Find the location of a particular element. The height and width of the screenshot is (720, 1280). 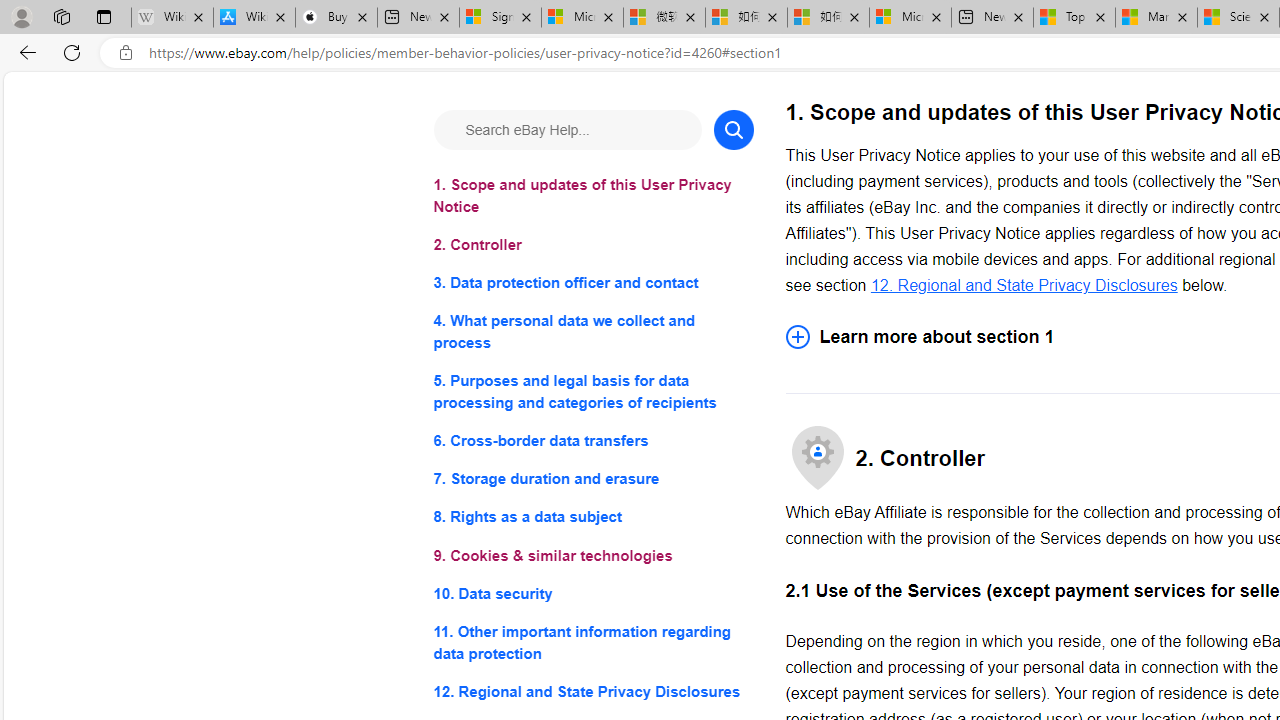

'10. Data security' is located at coordinates (592, 592).